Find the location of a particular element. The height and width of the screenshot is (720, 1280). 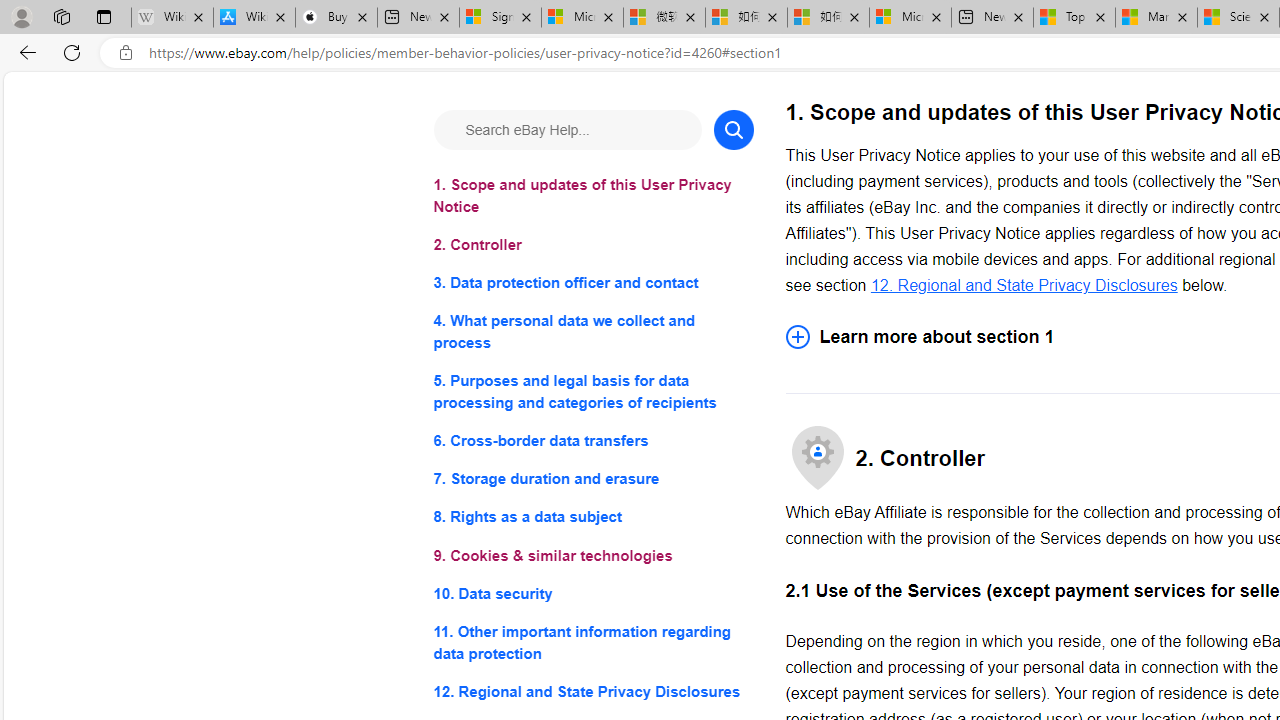

'10. Data security' is located at coordinates (592, 592).